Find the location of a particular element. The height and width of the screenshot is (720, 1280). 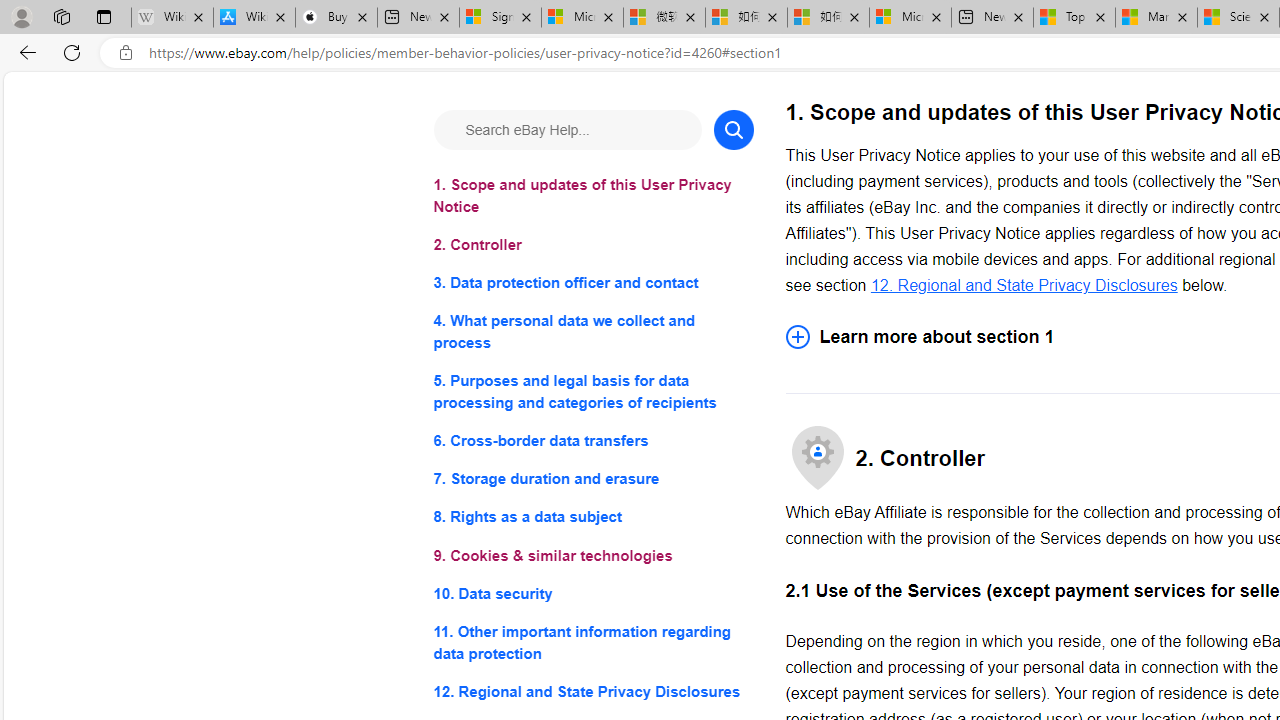

'10. Data security' is located at coordinates (592, 592).